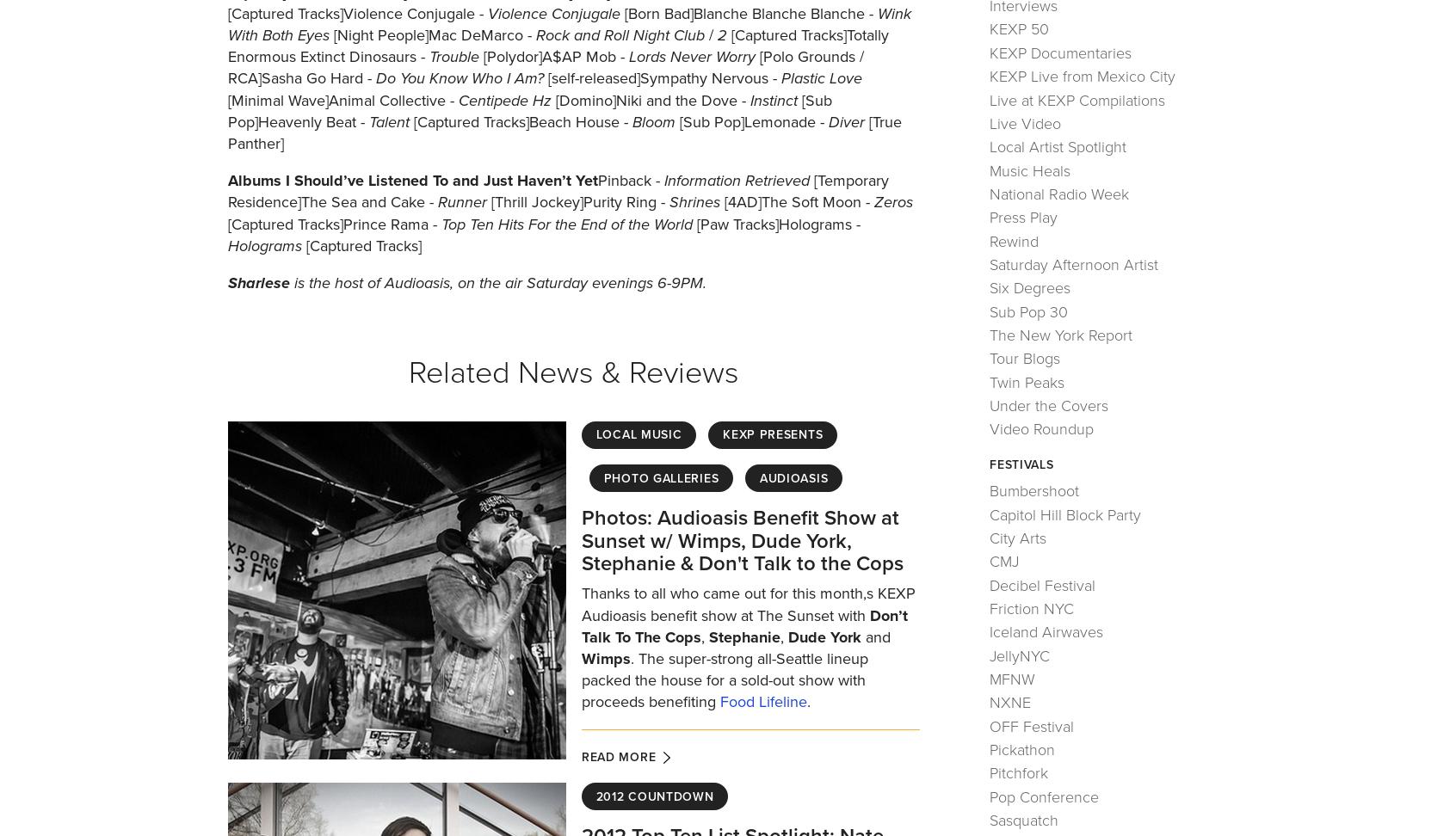 The width and height of the screenshot is (1456, 836). Describe the element at coordinates (572, 372) in the screenshot. I see `'Related News & Reviews'` at that location.